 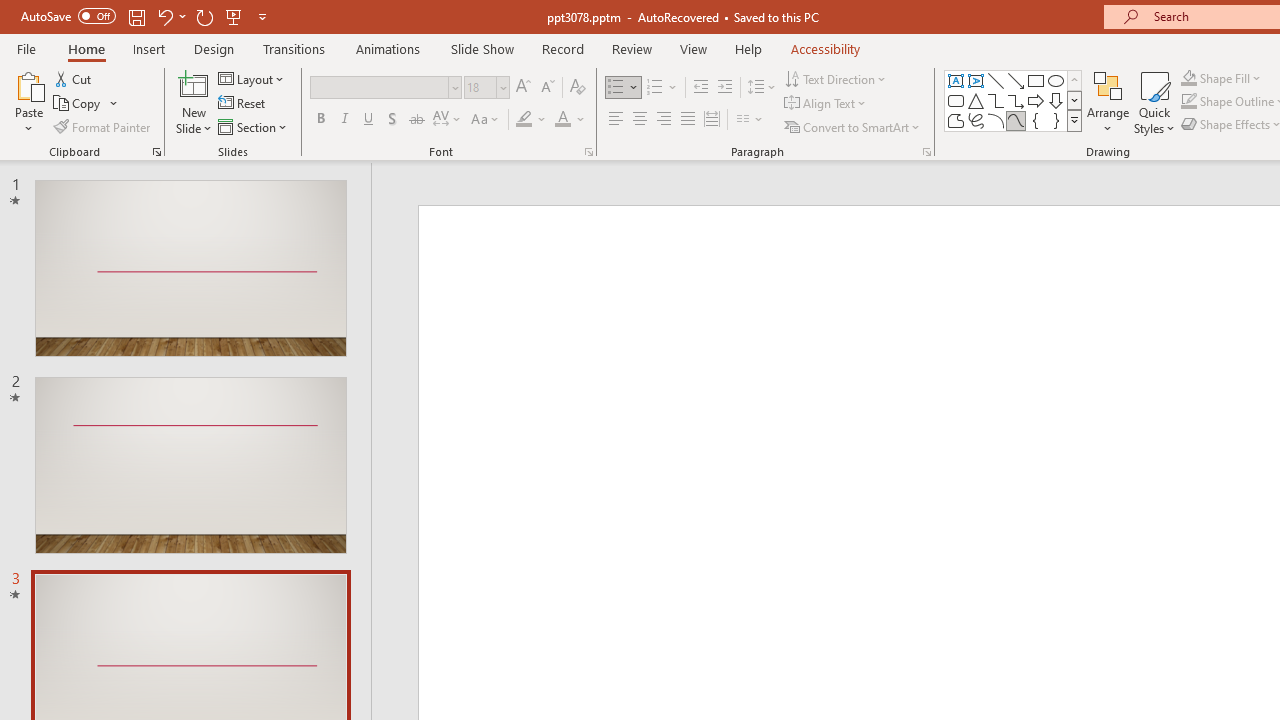 I want to click on 'Shape Outline Green, Accent 1', so click(x=1189, y=101).